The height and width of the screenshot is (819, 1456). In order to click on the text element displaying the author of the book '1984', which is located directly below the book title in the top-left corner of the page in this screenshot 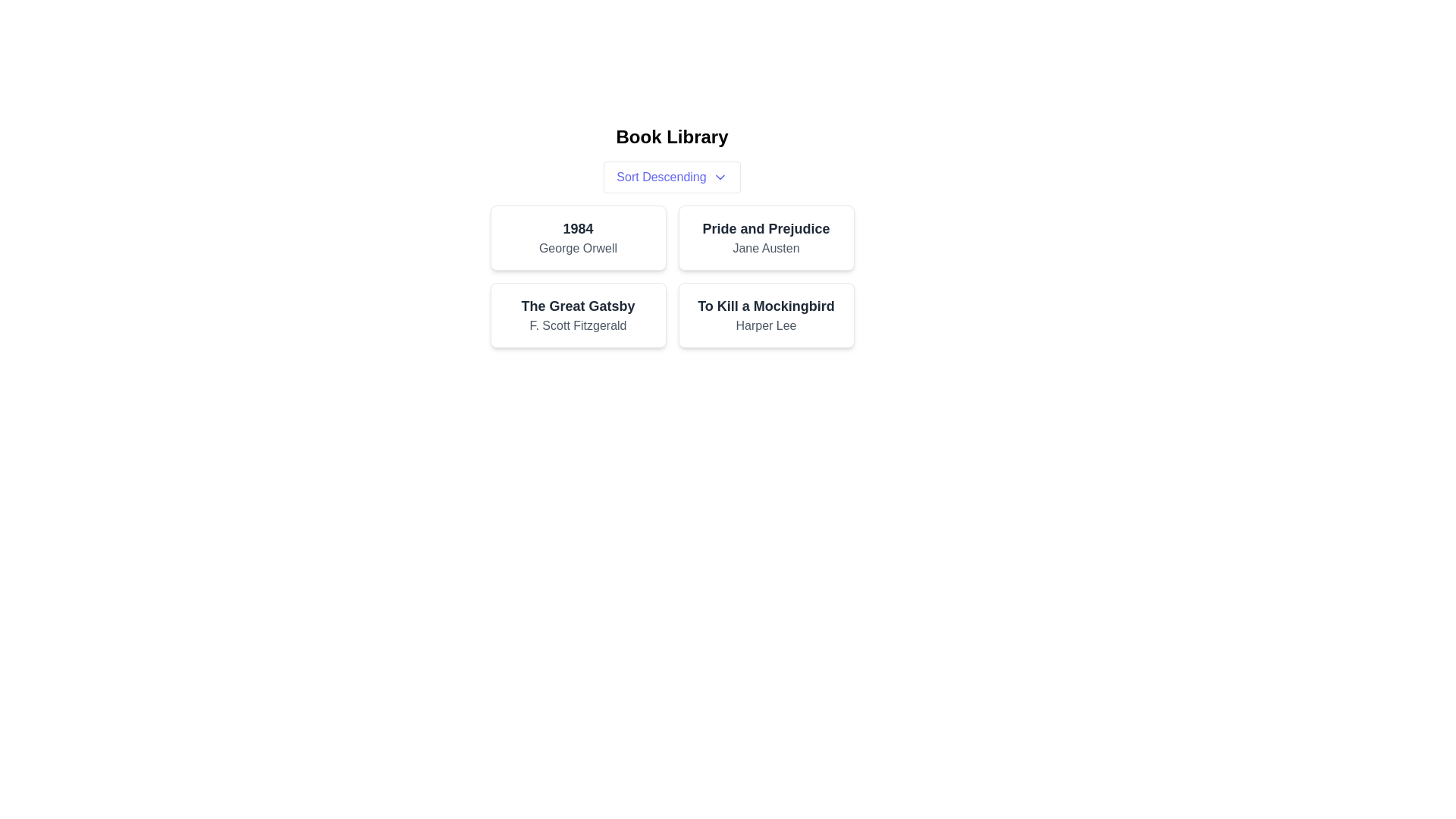, I will do `click(577, 247)`.